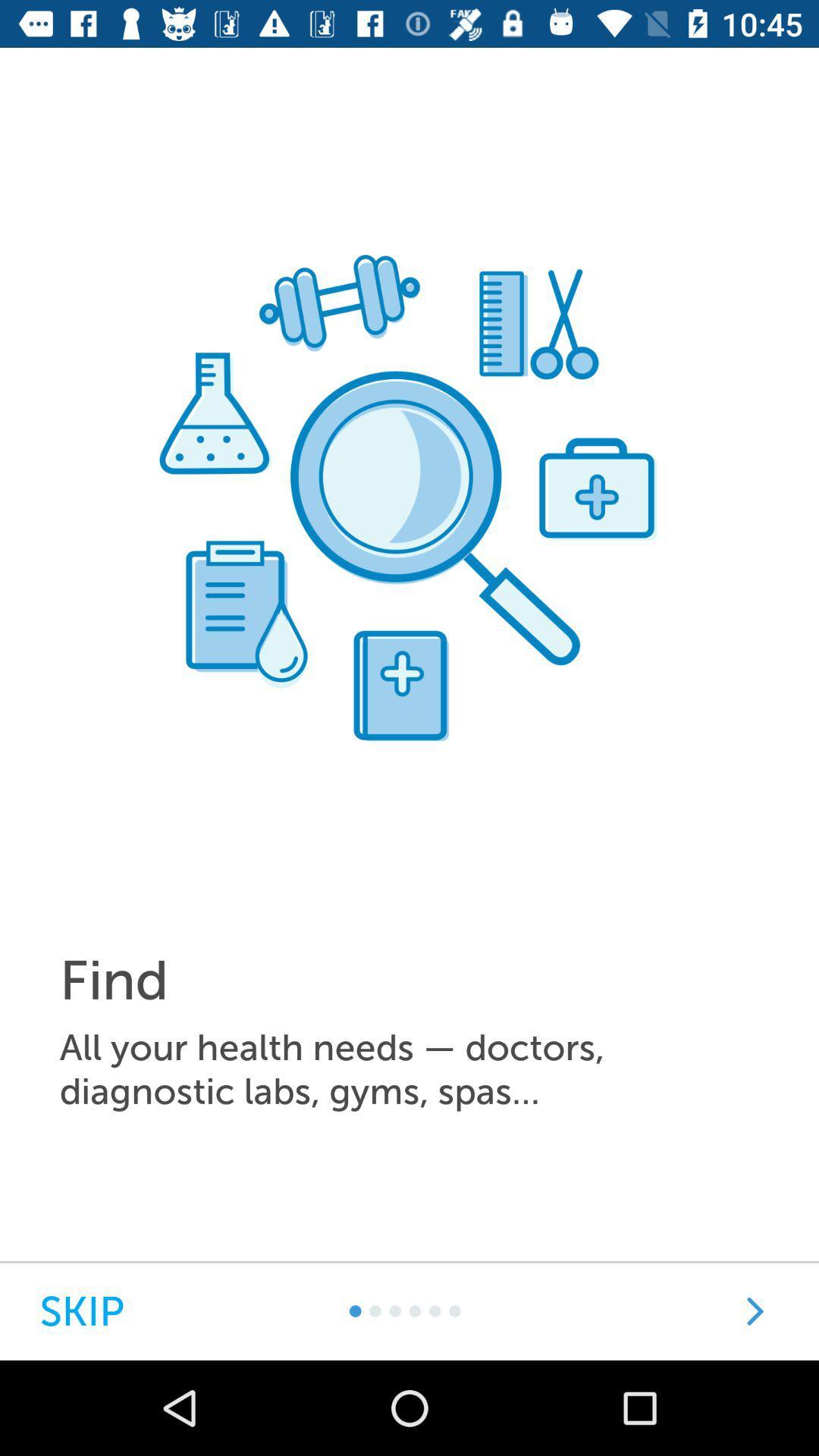 This screenshot has width=819, height=1456. Describe the element at coordinates (755, 1310) in the screenshot. I see `the arrow_forward icon` at that location.